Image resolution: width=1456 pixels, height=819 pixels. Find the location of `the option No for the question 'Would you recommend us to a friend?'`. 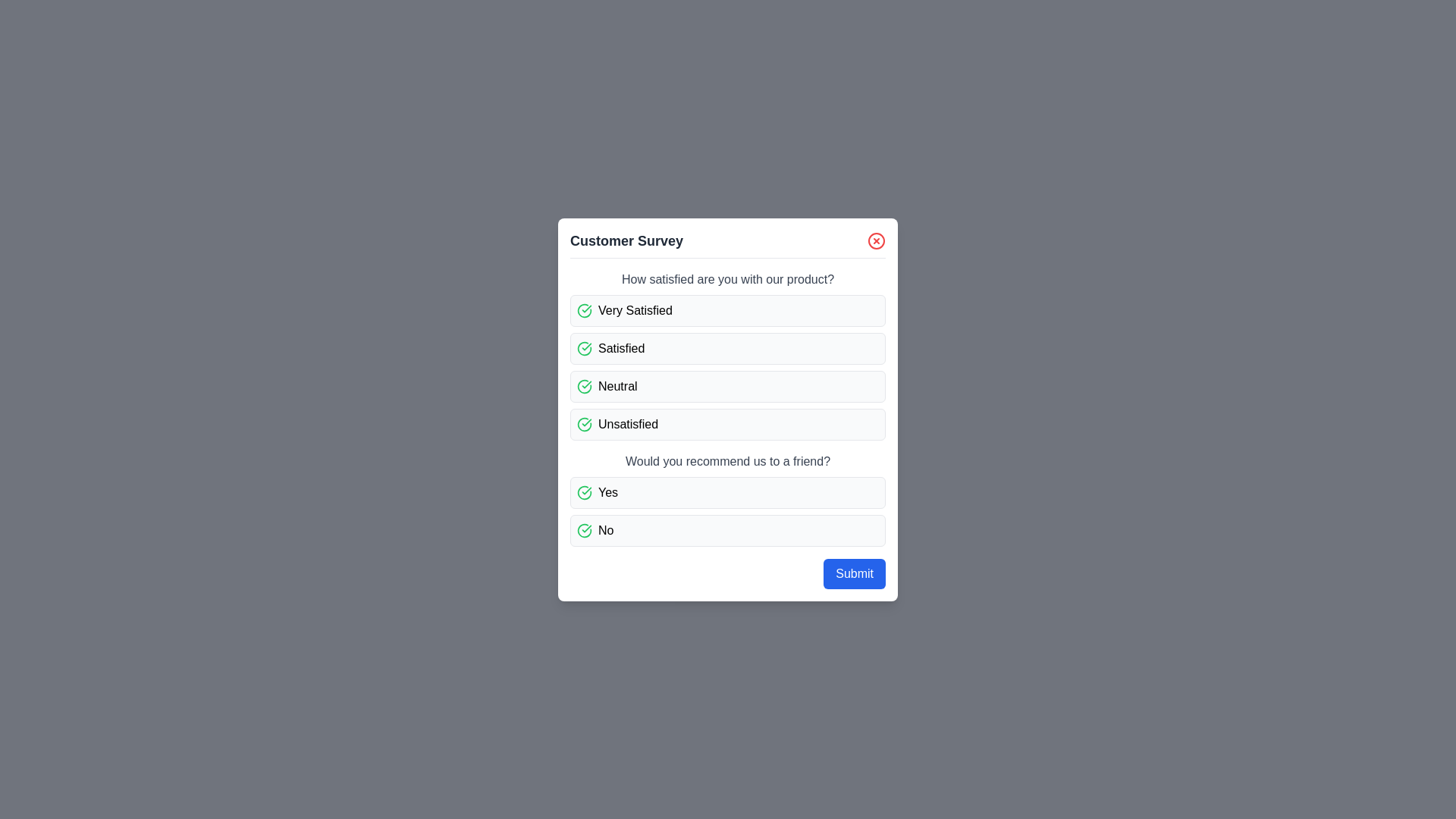

the option No for the question 'Would you recommend us to a friend?' is located at coordinates (728, 529).